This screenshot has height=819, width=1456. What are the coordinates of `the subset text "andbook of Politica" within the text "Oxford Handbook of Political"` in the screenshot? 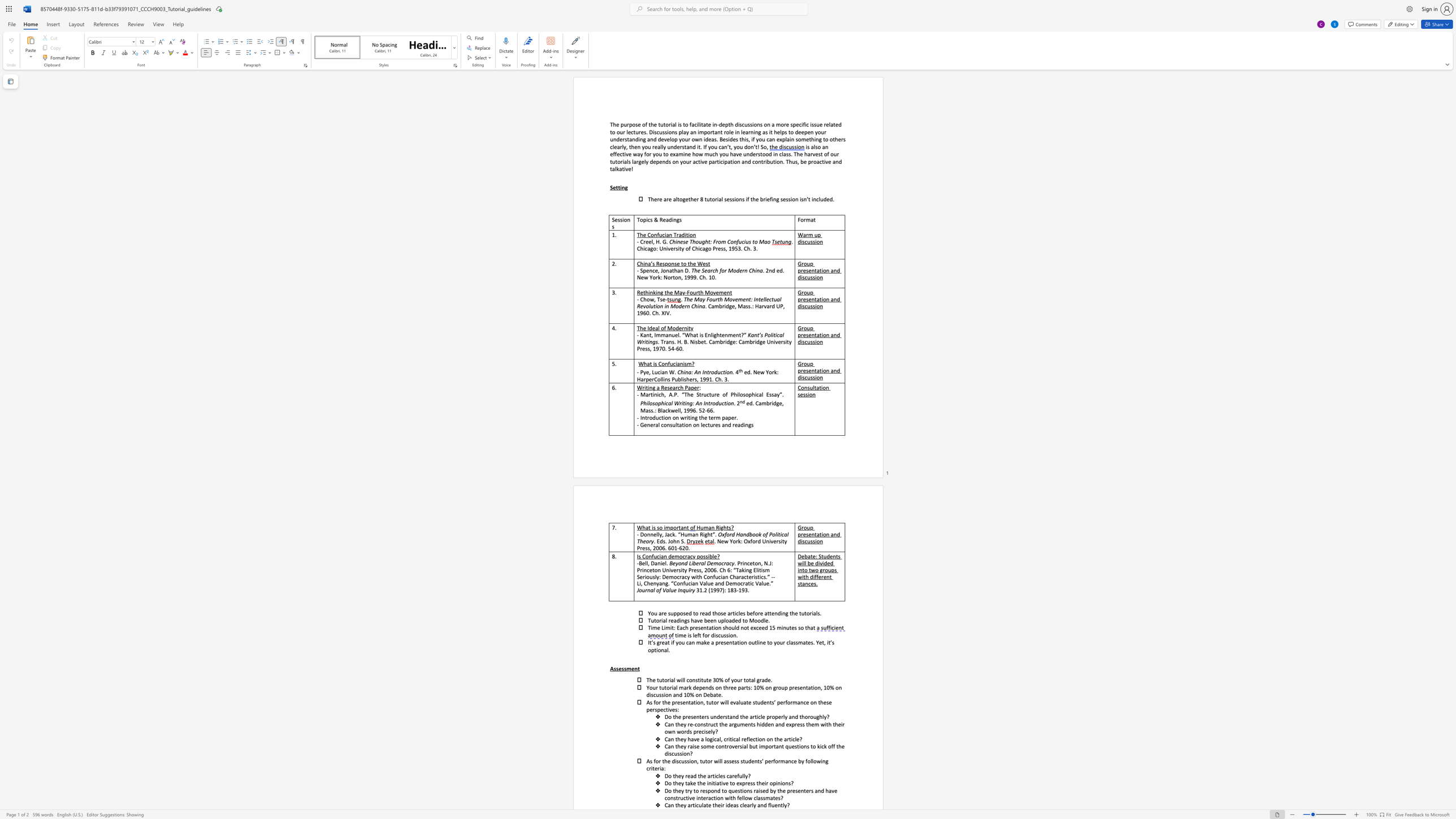 It's located at (739, 534).